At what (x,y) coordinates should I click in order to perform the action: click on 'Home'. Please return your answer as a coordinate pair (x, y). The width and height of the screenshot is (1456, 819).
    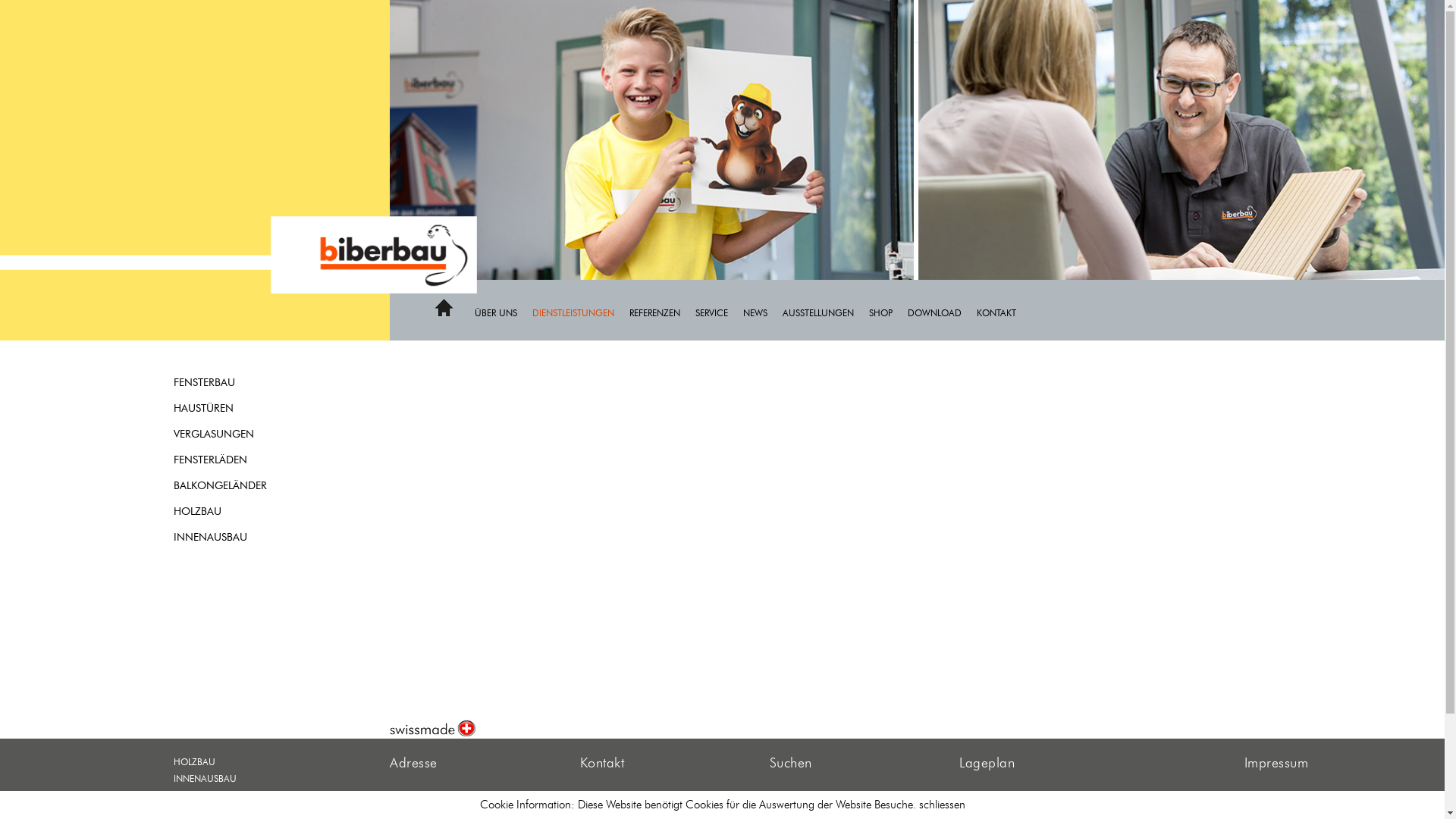
    Looking at the image, I should click on (443, 307).